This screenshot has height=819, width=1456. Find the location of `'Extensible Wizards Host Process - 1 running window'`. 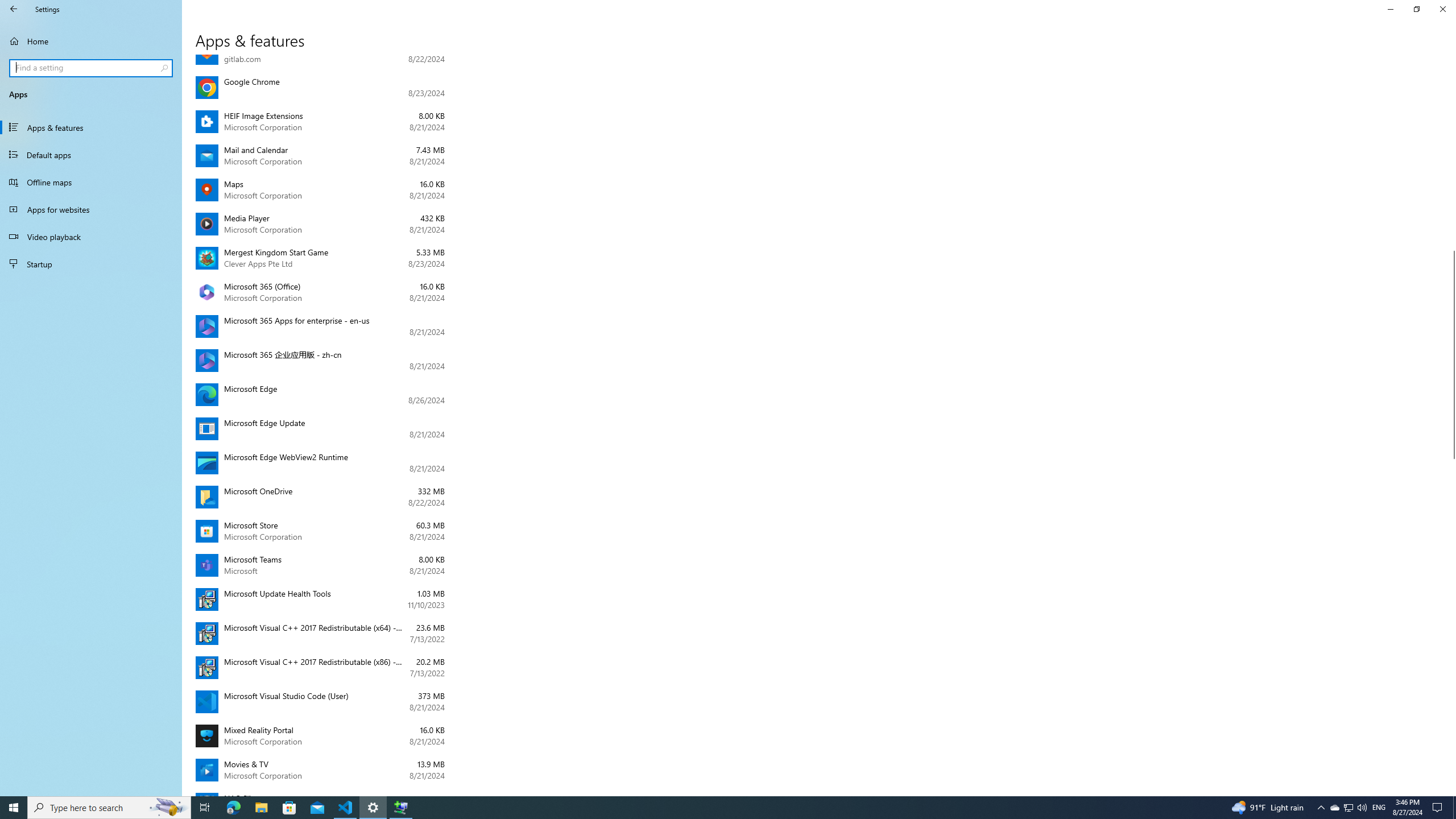

'Extensible Wizards Host Process - 1 running window' is located at coordinates (401, 806).